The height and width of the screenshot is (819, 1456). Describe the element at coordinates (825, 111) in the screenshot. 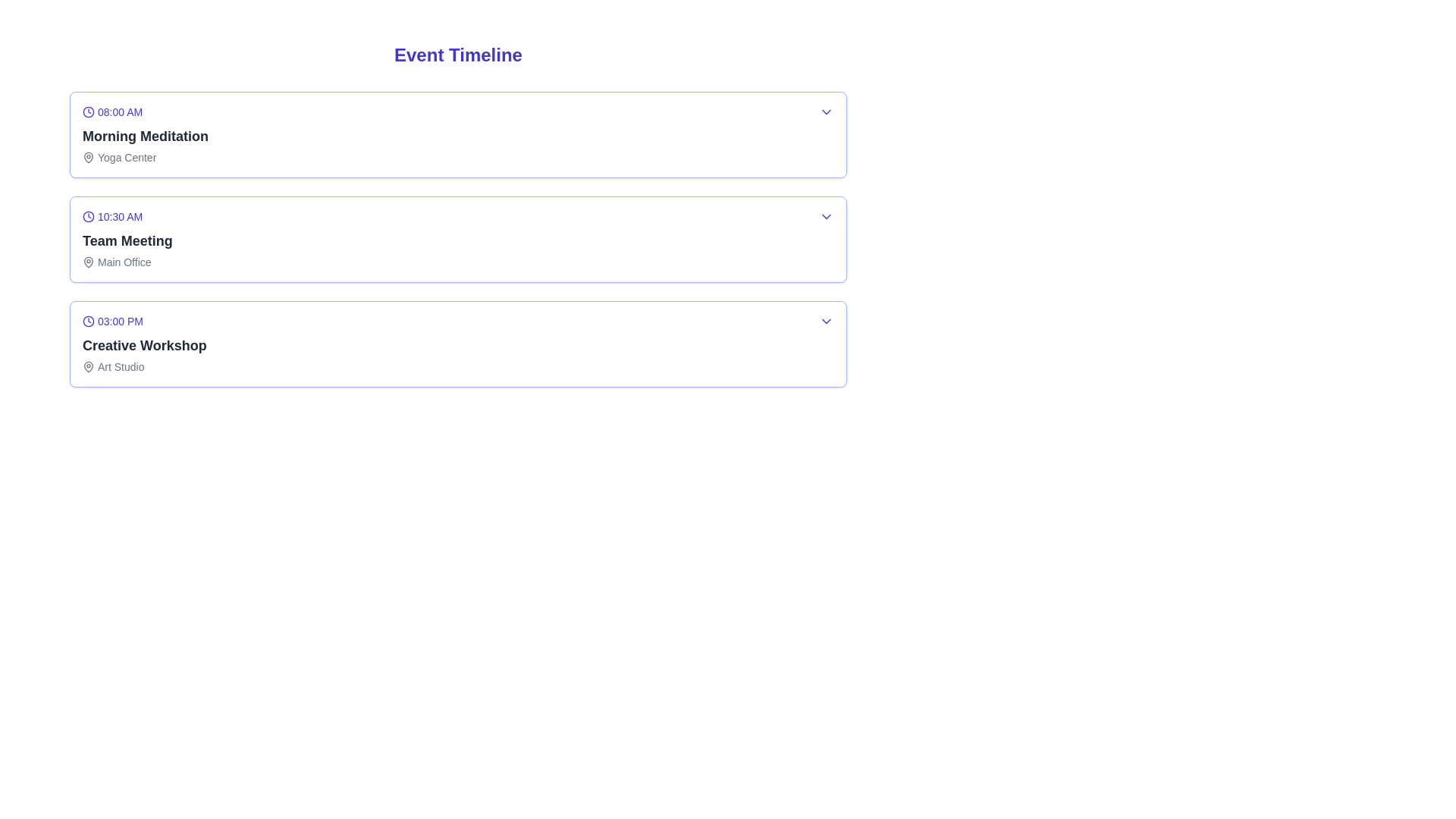

I see `the indigo downward-pointing chevron icon indicating expandable sections in the event timeline layout for the '08:00 AM Morning Meditation' event entry` at that location.